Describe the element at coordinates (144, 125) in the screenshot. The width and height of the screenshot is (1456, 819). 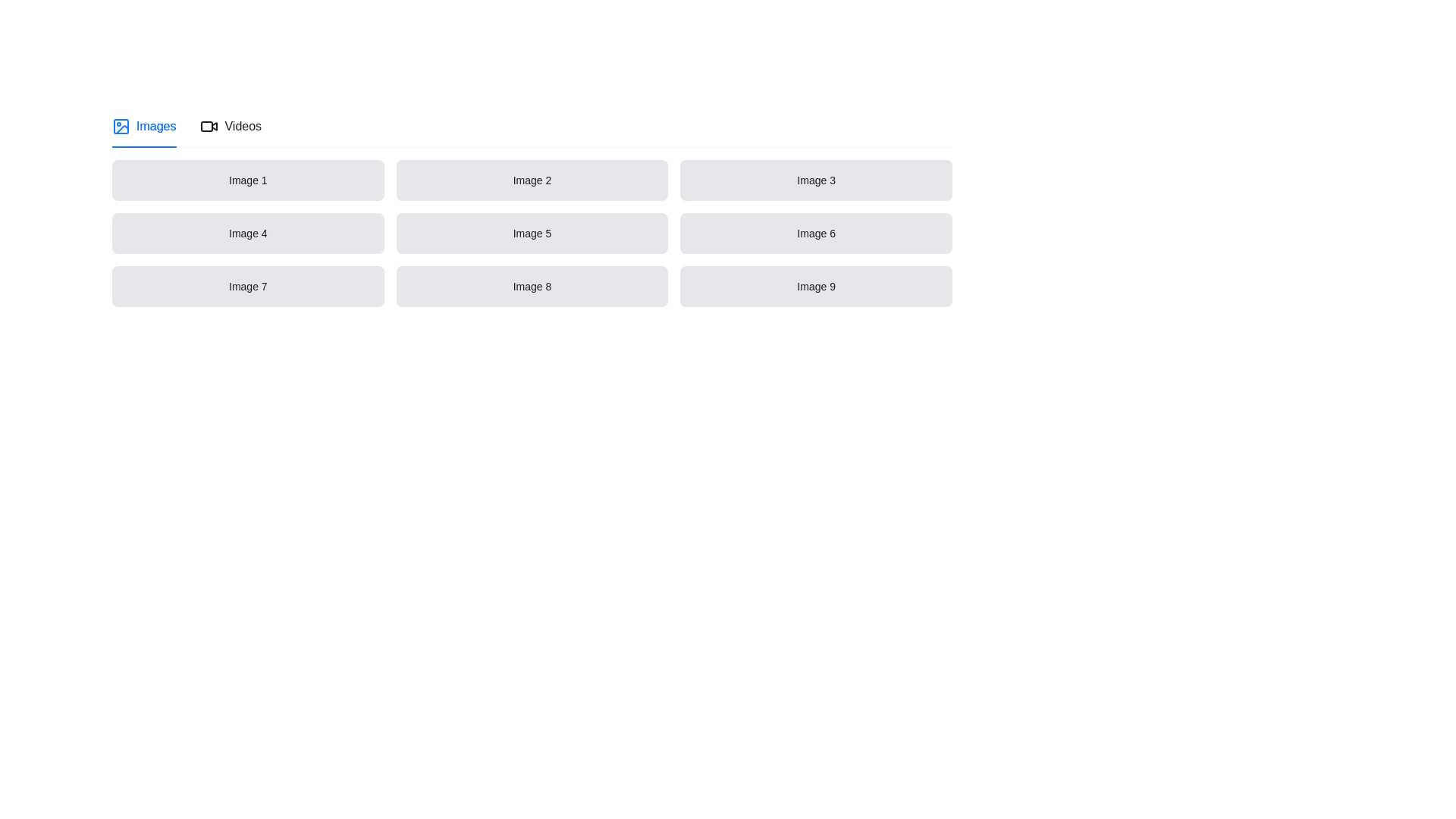
I see `the first tab in the tabbed navigation interface` at that location.